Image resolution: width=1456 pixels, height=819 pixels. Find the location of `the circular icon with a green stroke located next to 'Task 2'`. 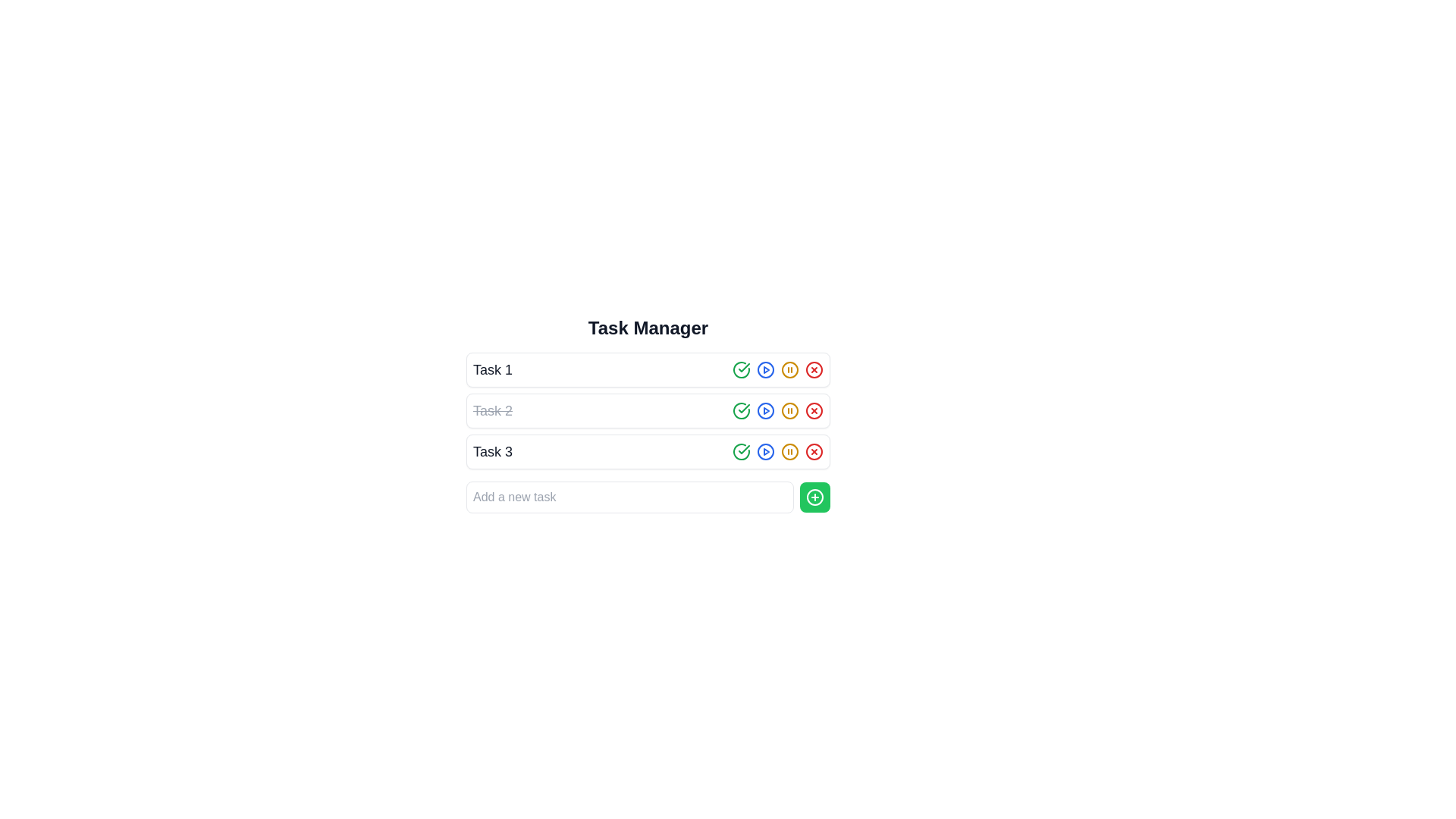

the circular icon with a green stroke located next to 'Task 2' is located at coordinates (742, 411).